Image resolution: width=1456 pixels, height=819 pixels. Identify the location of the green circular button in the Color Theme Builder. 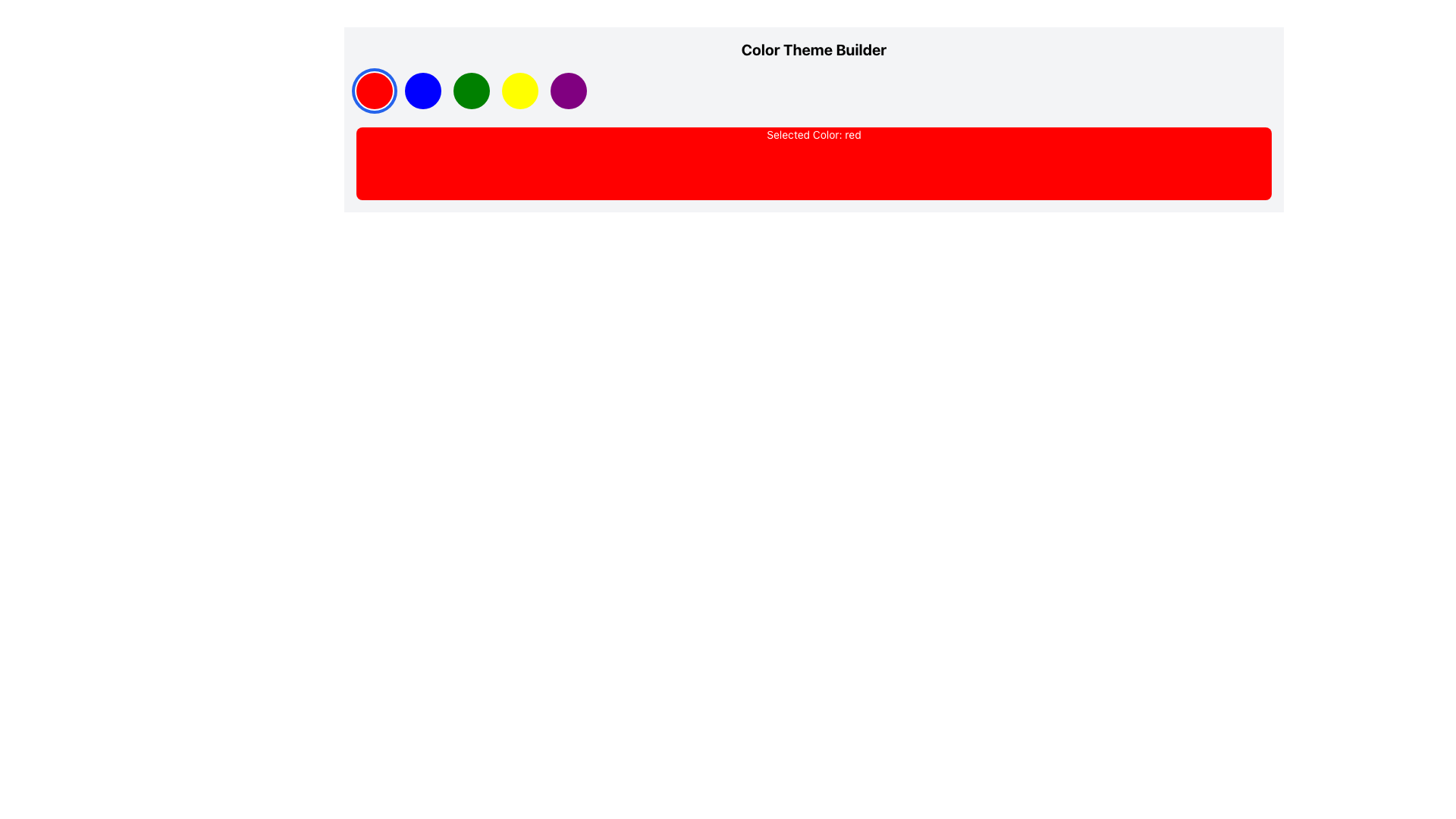
(813, 90).